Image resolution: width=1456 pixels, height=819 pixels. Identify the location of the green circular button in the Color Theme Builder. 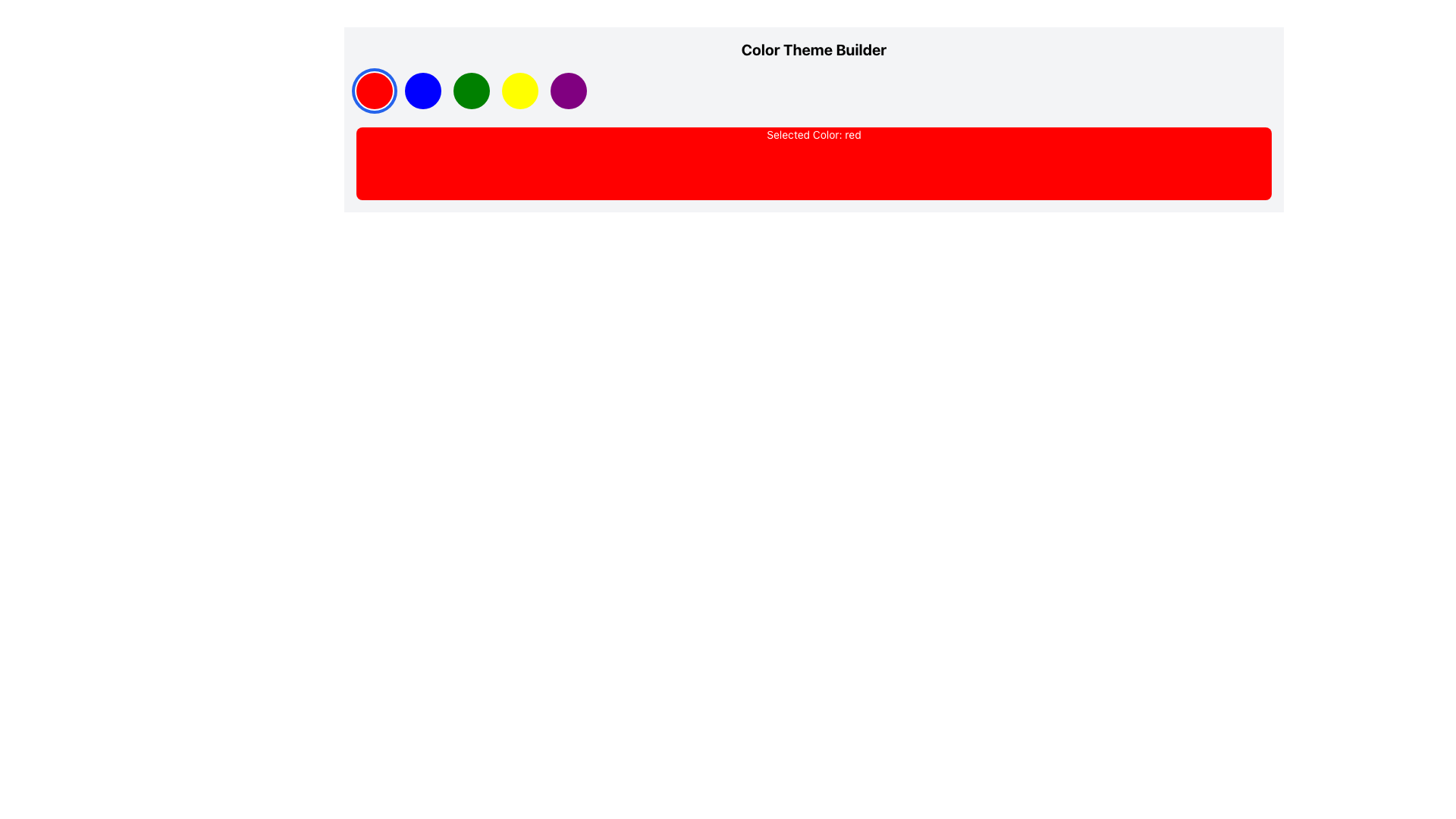
(813, 90).